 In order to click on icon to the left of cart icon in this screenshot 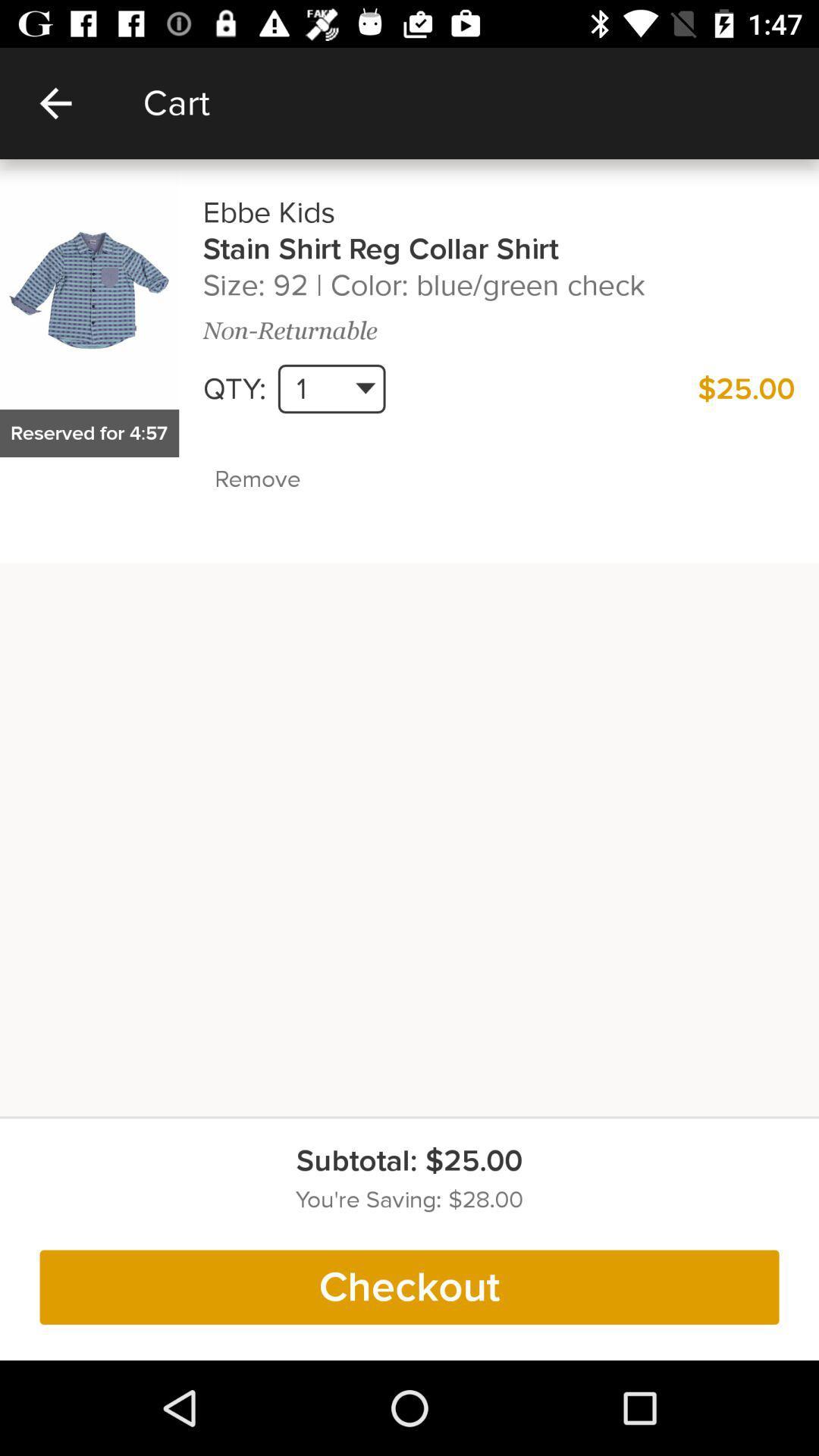, I will do `click(55, 102)`.